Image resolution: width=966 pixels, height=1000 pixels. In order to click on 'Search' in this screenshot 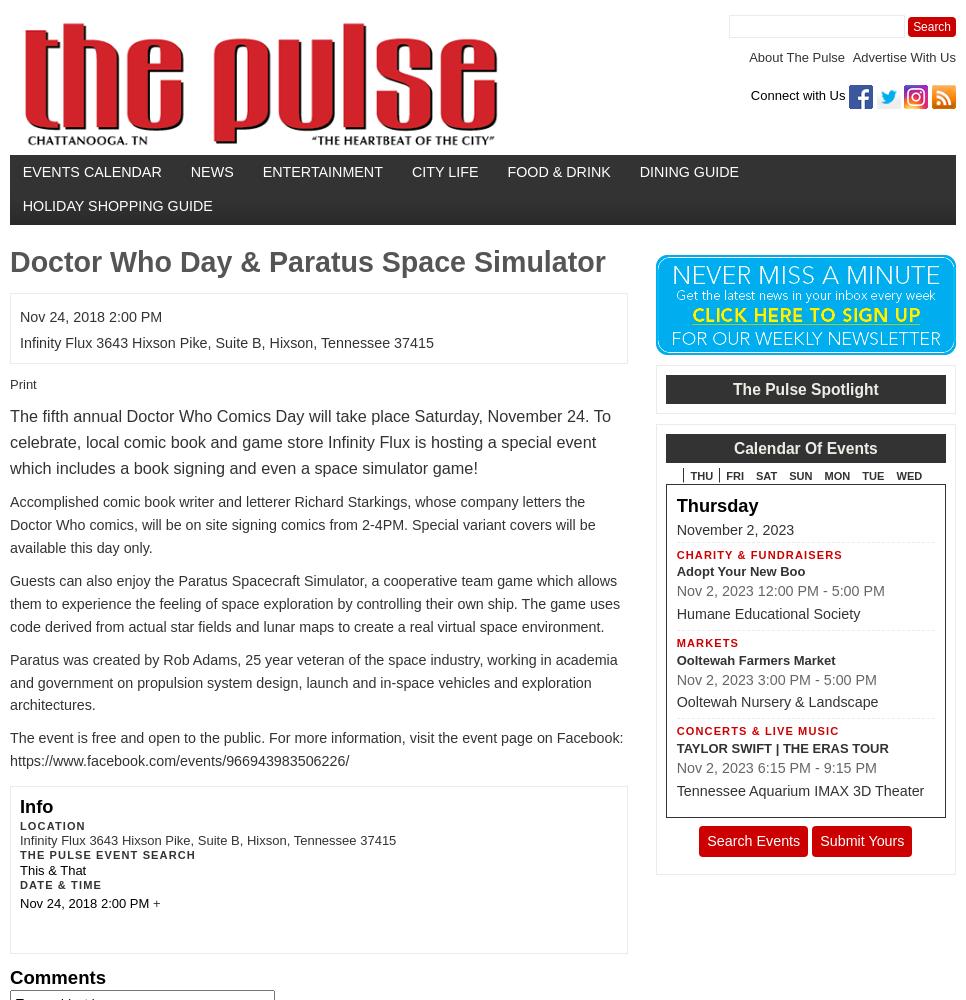, I will do `click(930, 27)`.